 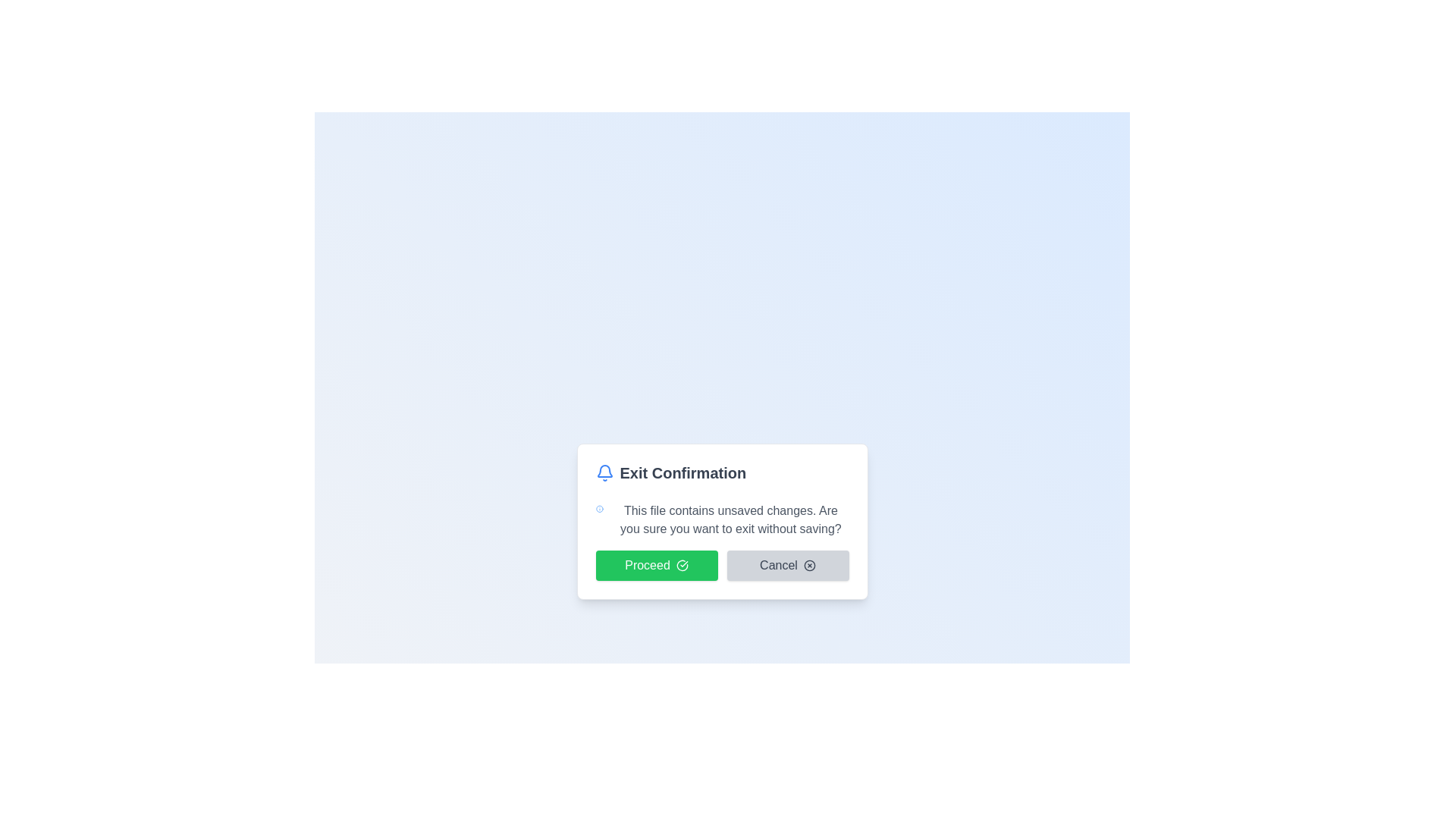 I want to click on the green circle checkmark icon within the 'Proceed' button on the modal dialog, which indicates validation or success, so click(x=681, y=565).